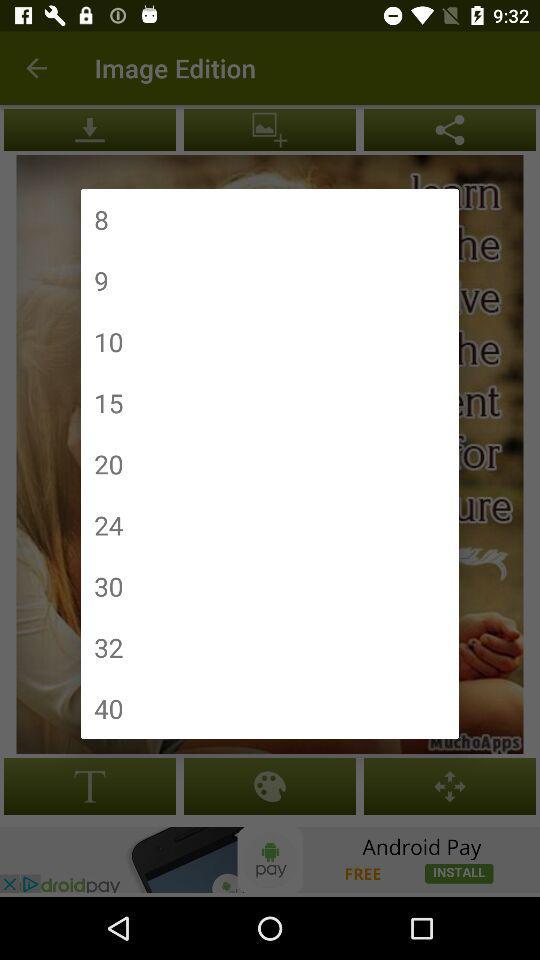  What do you see at coordinates (108, 646) in the screenshot?
I see `the item below 30 icon` at bounding box center [108, 646].